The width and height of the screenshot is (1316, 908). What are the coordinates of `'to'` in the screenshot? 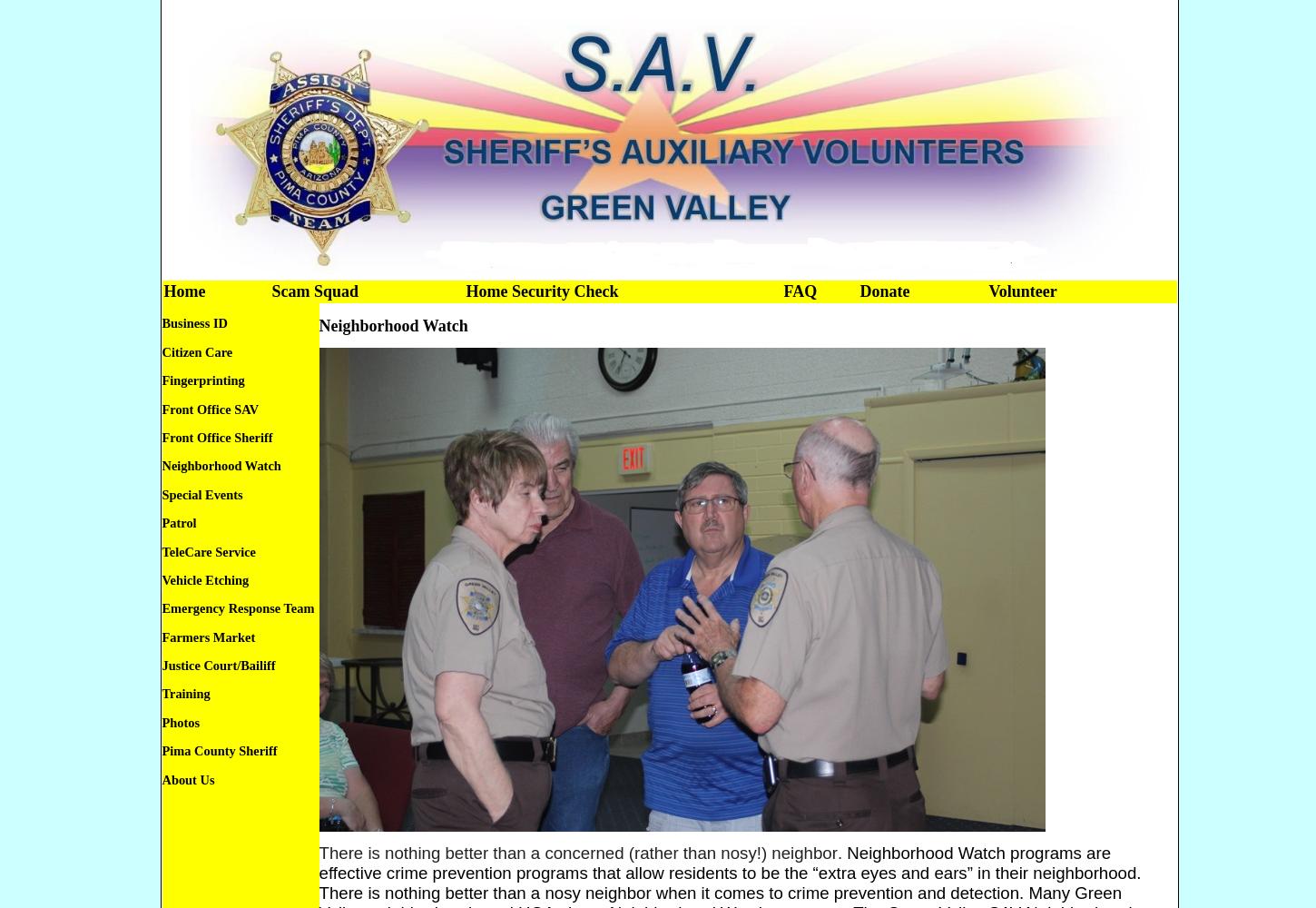 It's located at (751, 871).